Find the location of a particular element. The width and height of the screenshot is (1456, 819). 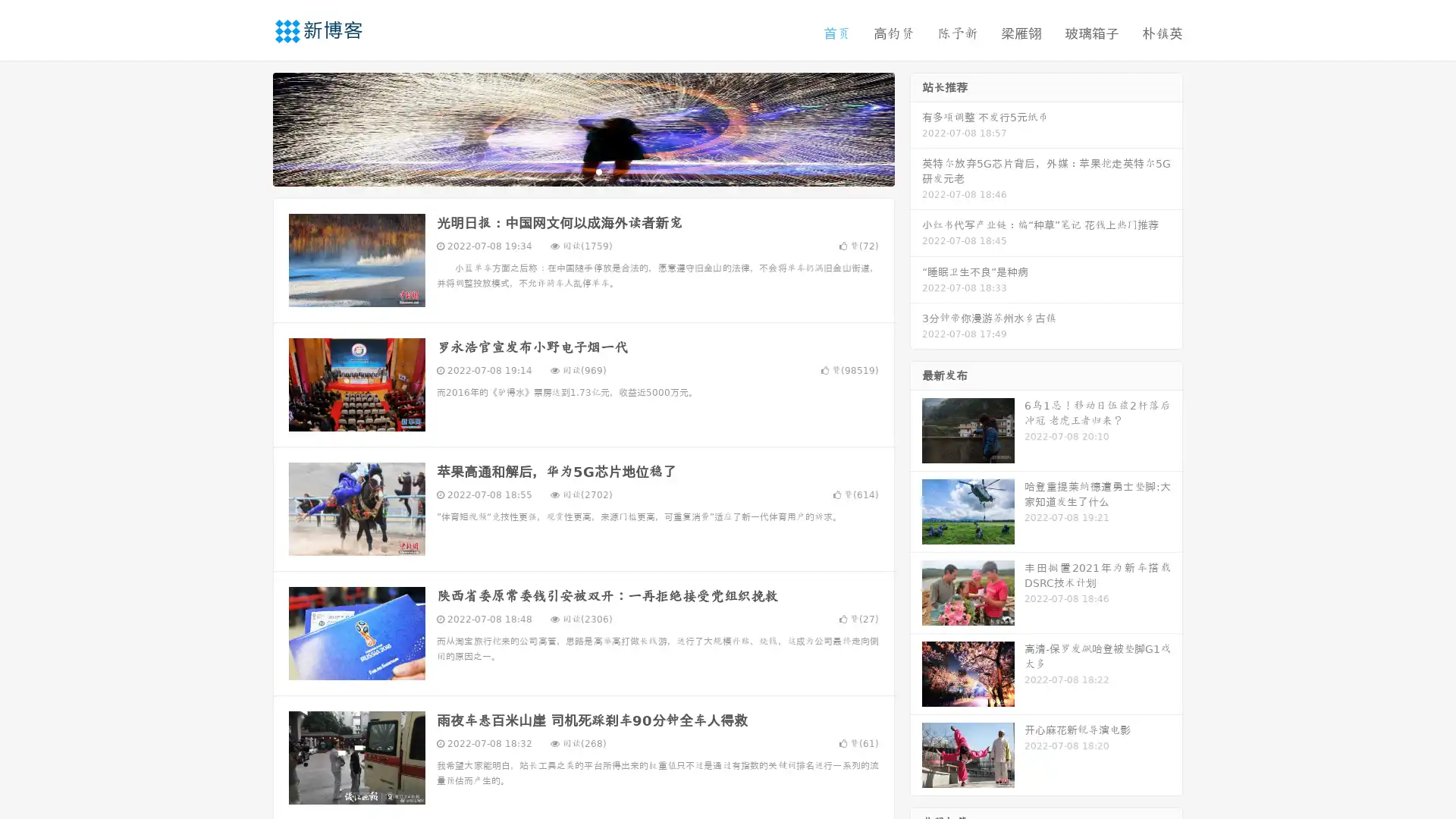

Previous slide is located at coordinates (250, 127).